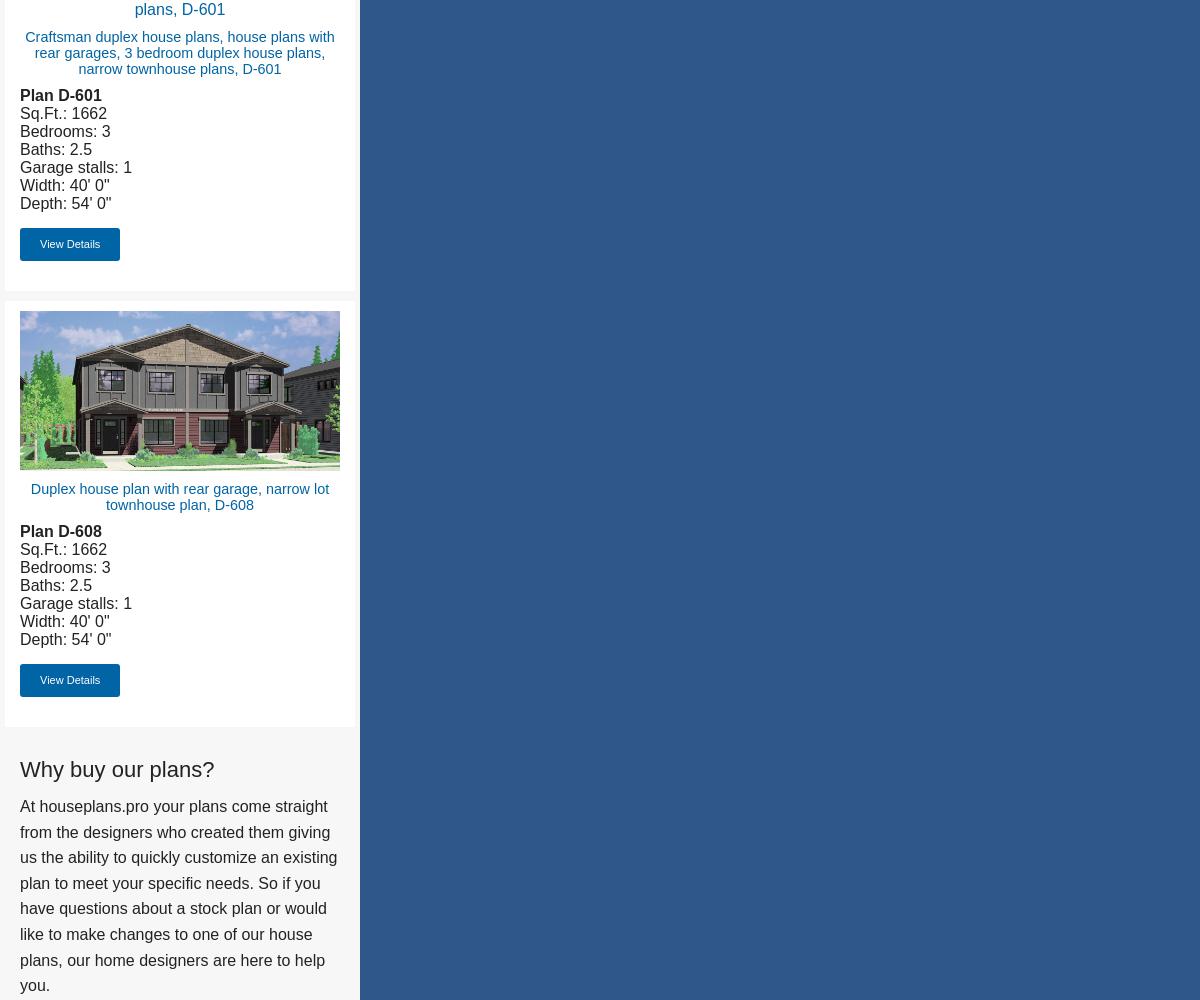  What do you see at coordinates (177, 896) in the screenshot?
I see `'At houseplans.pro your plans come straight from the designers who created them giving us the ability to quickly customize an existing plan to meet your specific needs. So if you have questions about a stock plan or would like to make changes to one of our house plans, our home designers are here to help you.'` at bounding box center [177, 896].